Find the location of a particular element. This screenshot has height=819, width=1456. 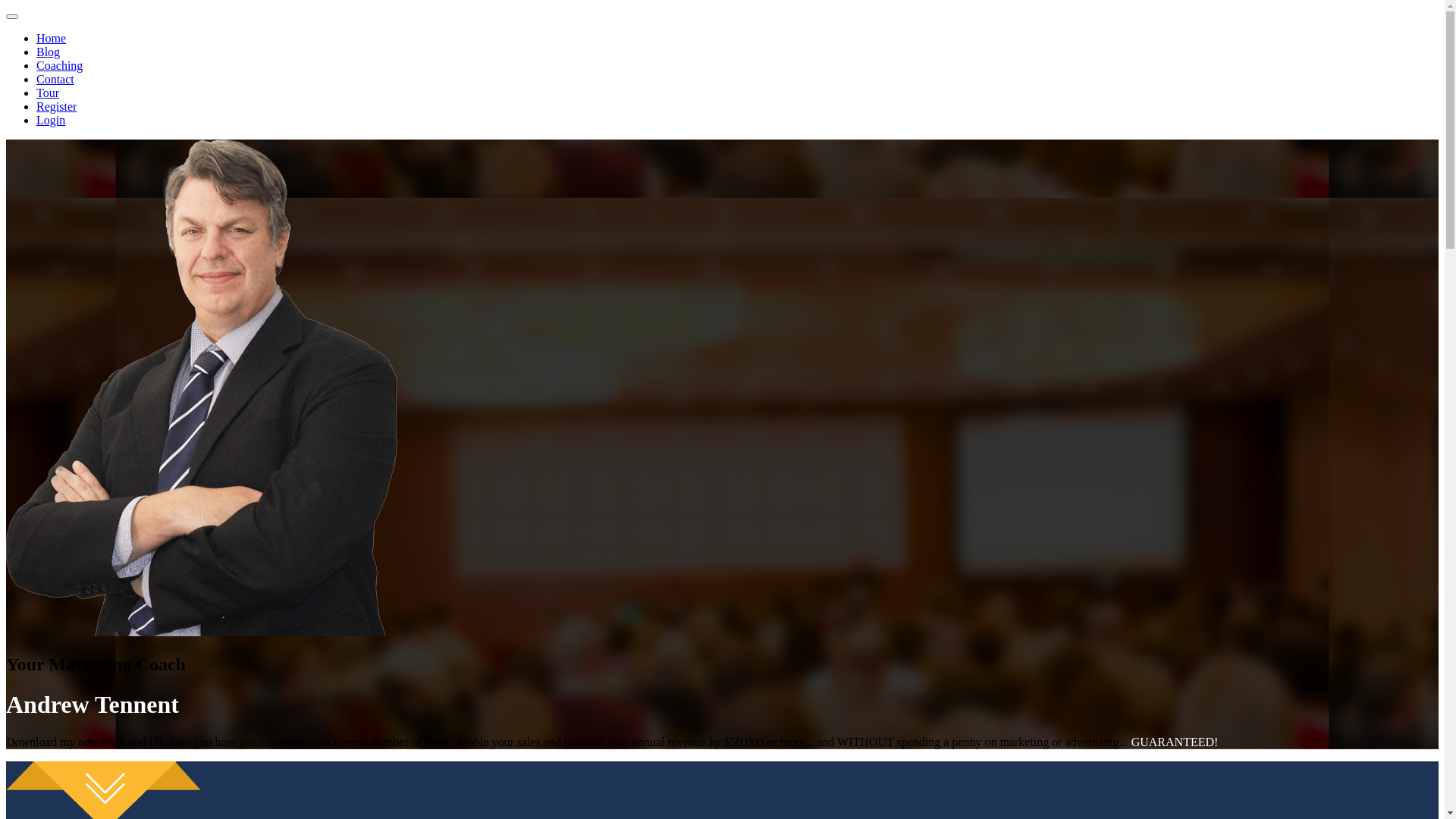

'Blog' is located at coordinates (36, 51).